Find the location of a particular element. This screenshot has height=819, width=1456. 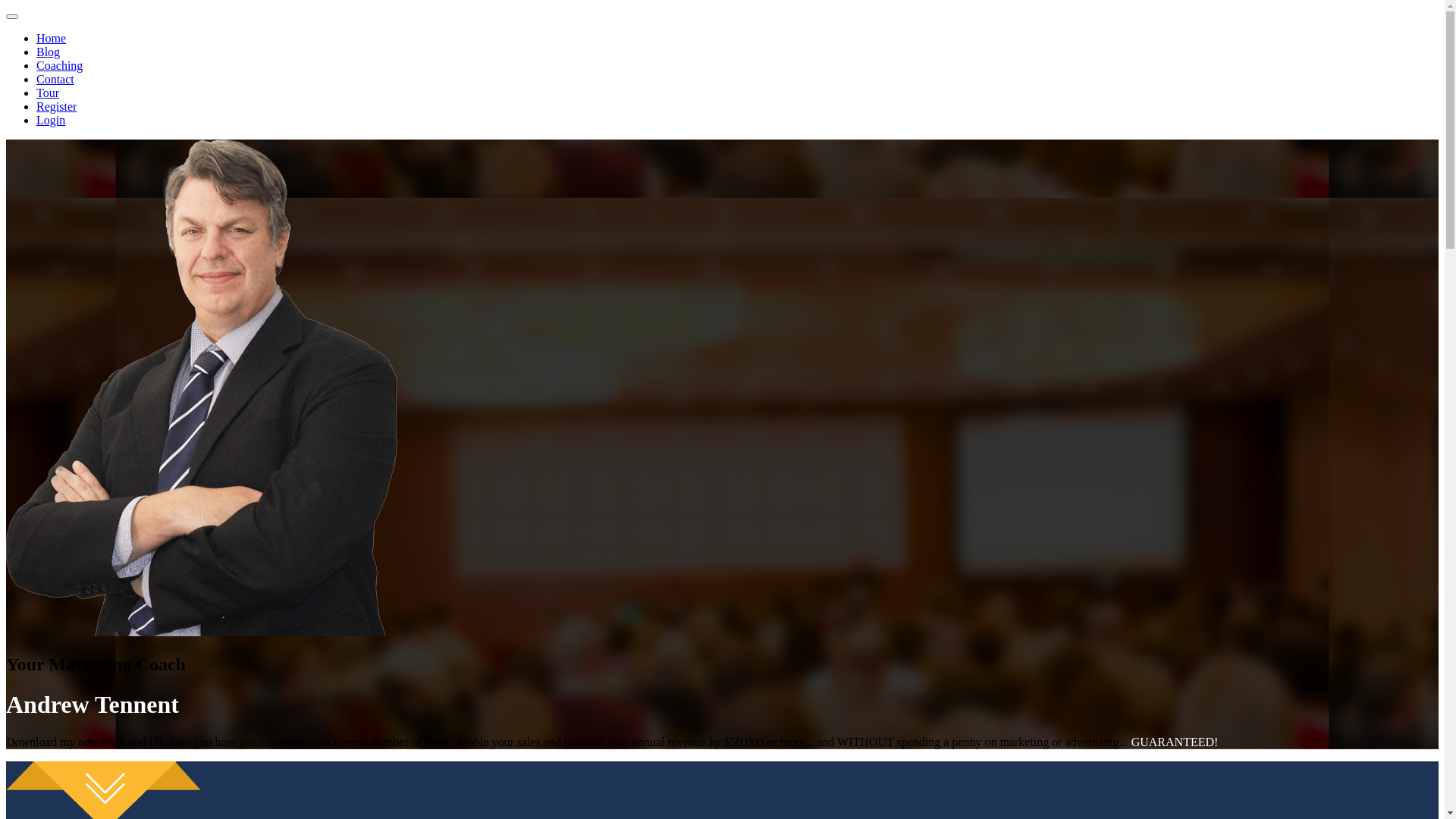

'Blog' is located at coordinates (36, 51).